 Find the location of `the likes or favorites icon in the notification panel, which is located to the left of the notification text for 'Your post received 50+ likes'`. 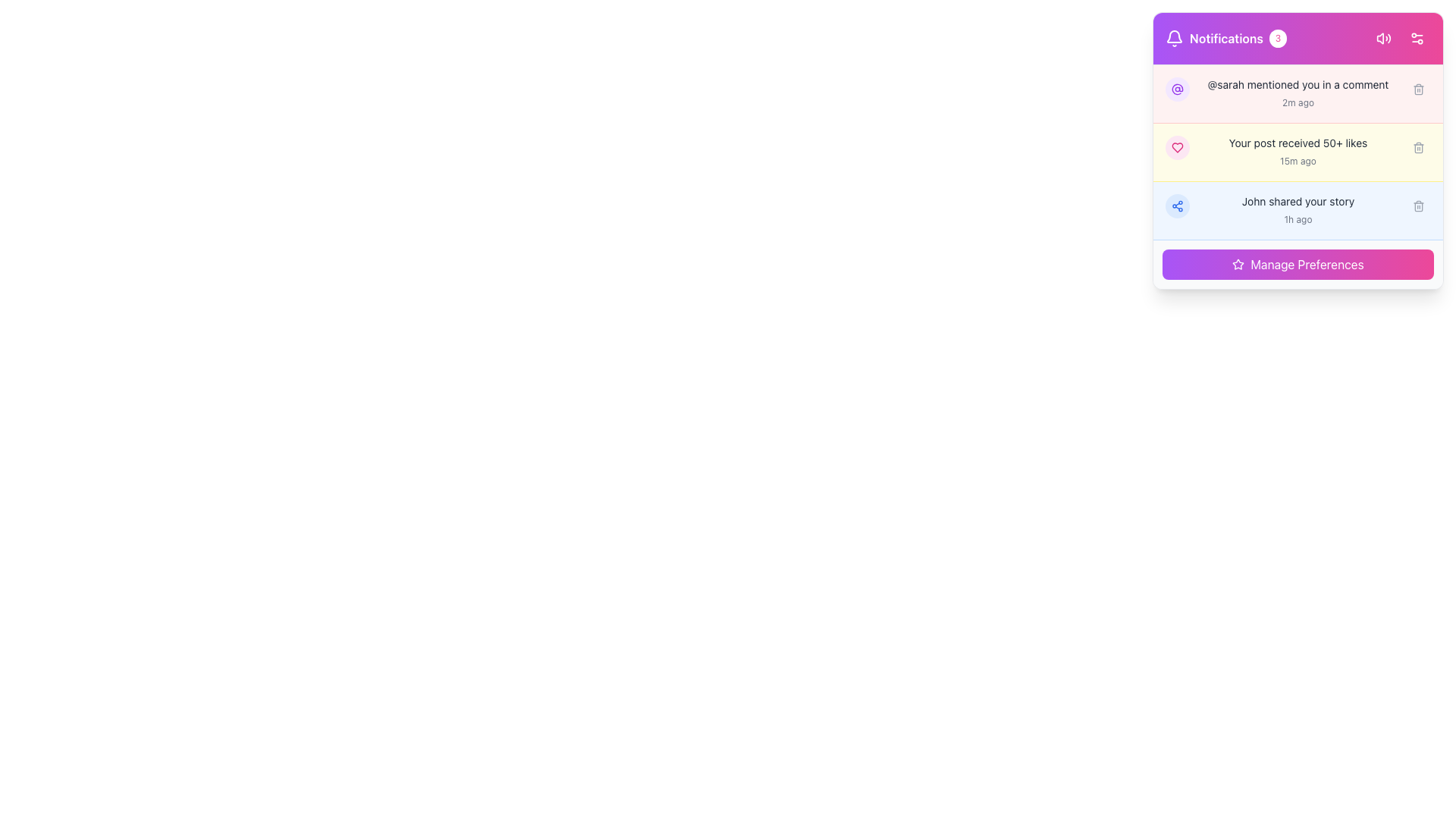

the likes or favorites icon in the notification panel, which is located to the left of the notification text for 'Your post received 50+ likes' is located at coordinates (1177, 148).